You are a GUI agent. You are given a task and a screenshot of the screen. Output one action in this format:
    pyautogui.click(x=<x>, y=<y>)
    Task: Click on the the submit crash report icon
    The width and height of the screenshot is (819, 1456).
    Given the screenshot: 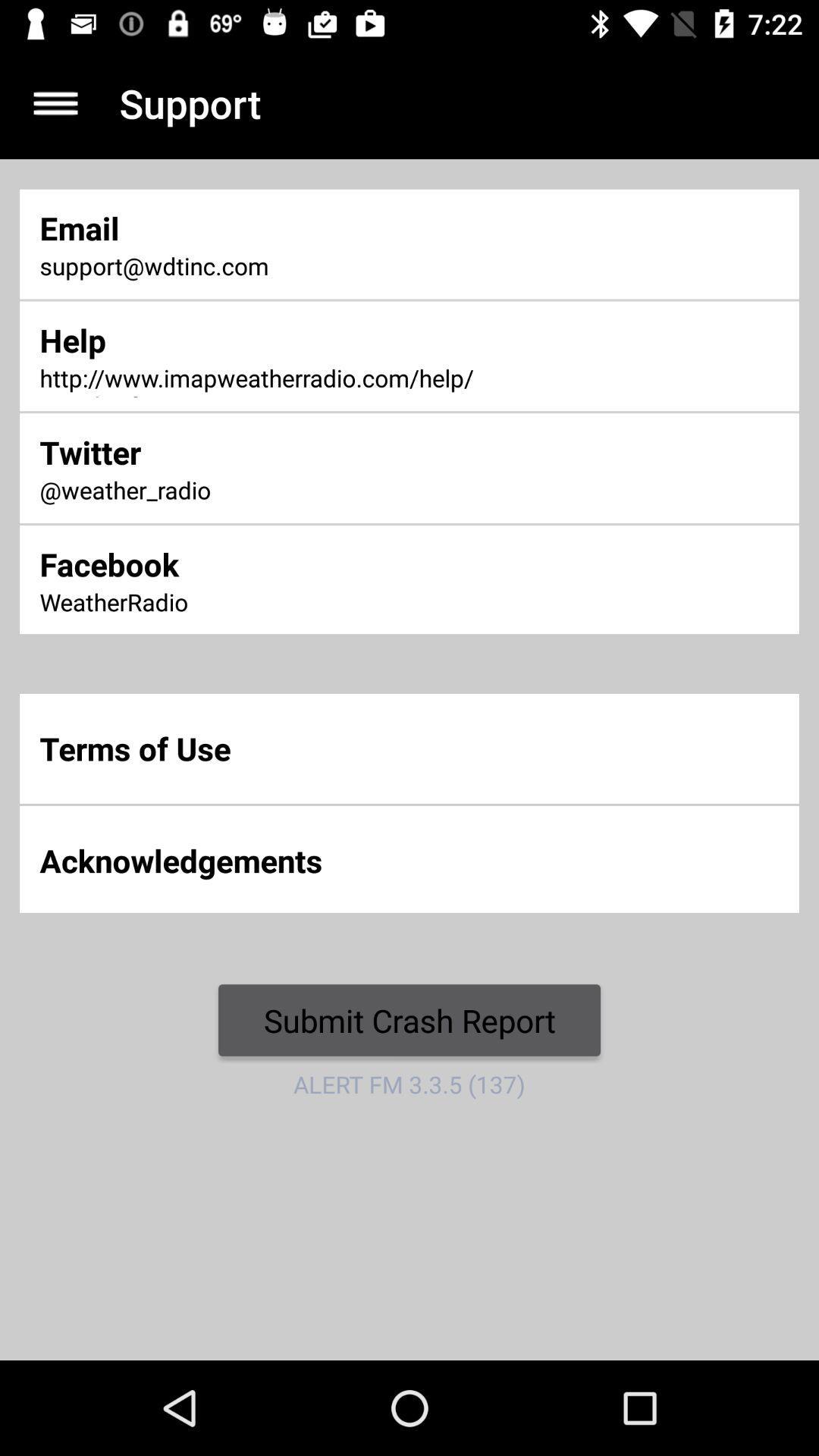 What is the action you would take?
    pyautogui.click(x=409, y=1020)
    